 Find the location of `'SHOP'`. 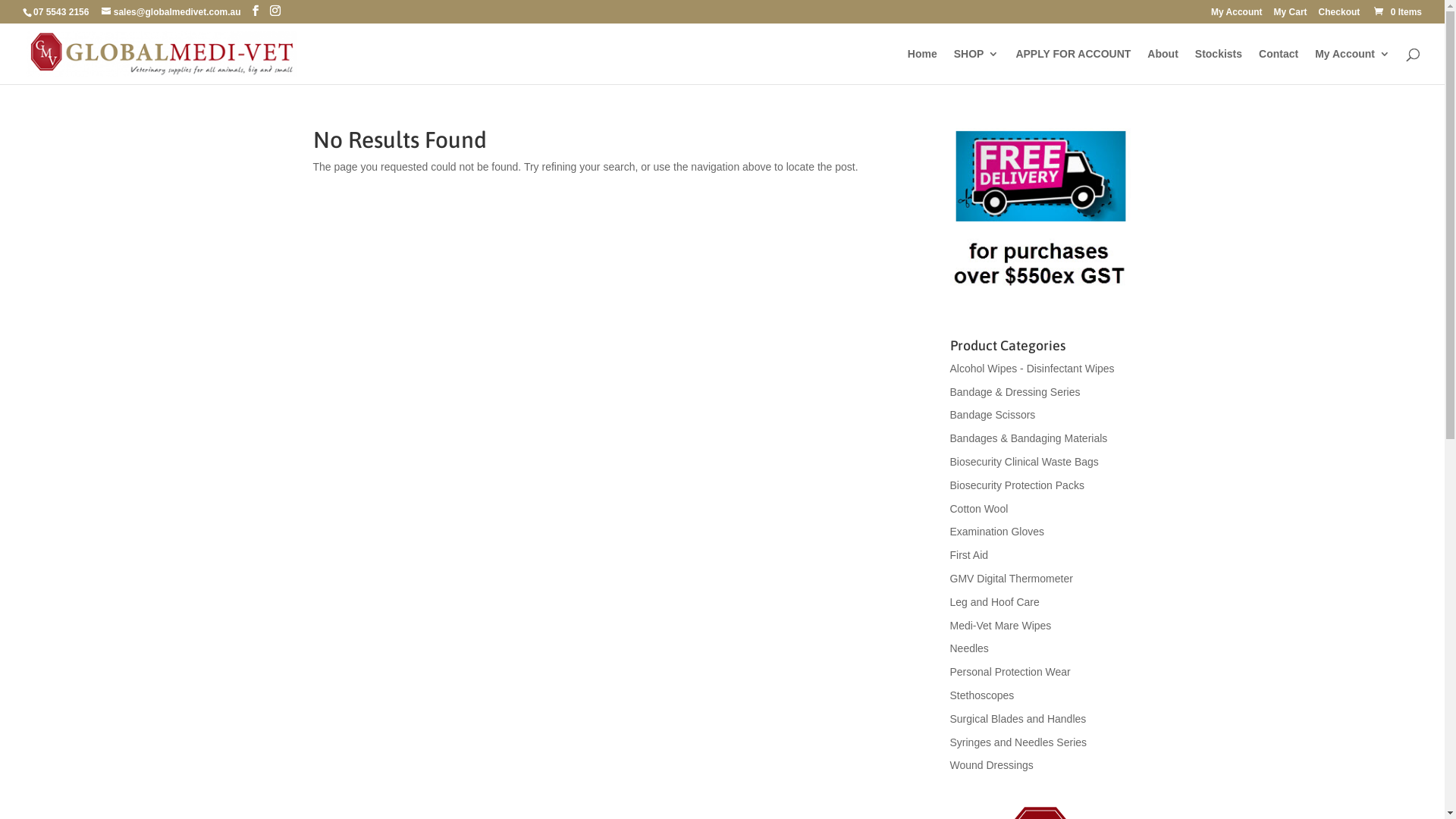

'SHOP' is located at coordinates (976, 65).